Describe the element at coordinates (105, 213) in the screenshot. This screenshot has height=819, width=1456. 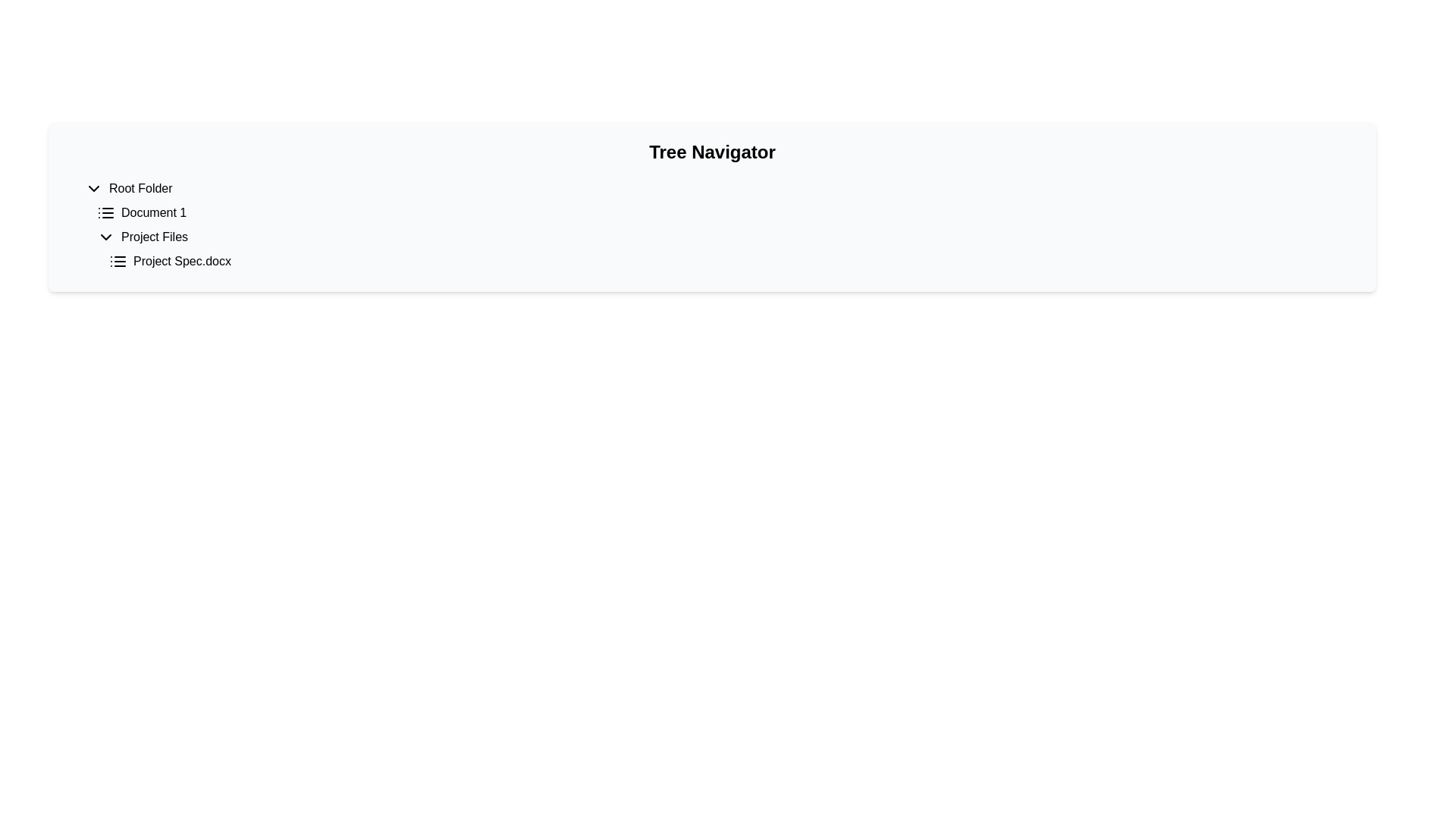
I see `the small list icon located to the left of the 'Document 1' label, which consists of three horizontal lines stacked vertically` at that location.